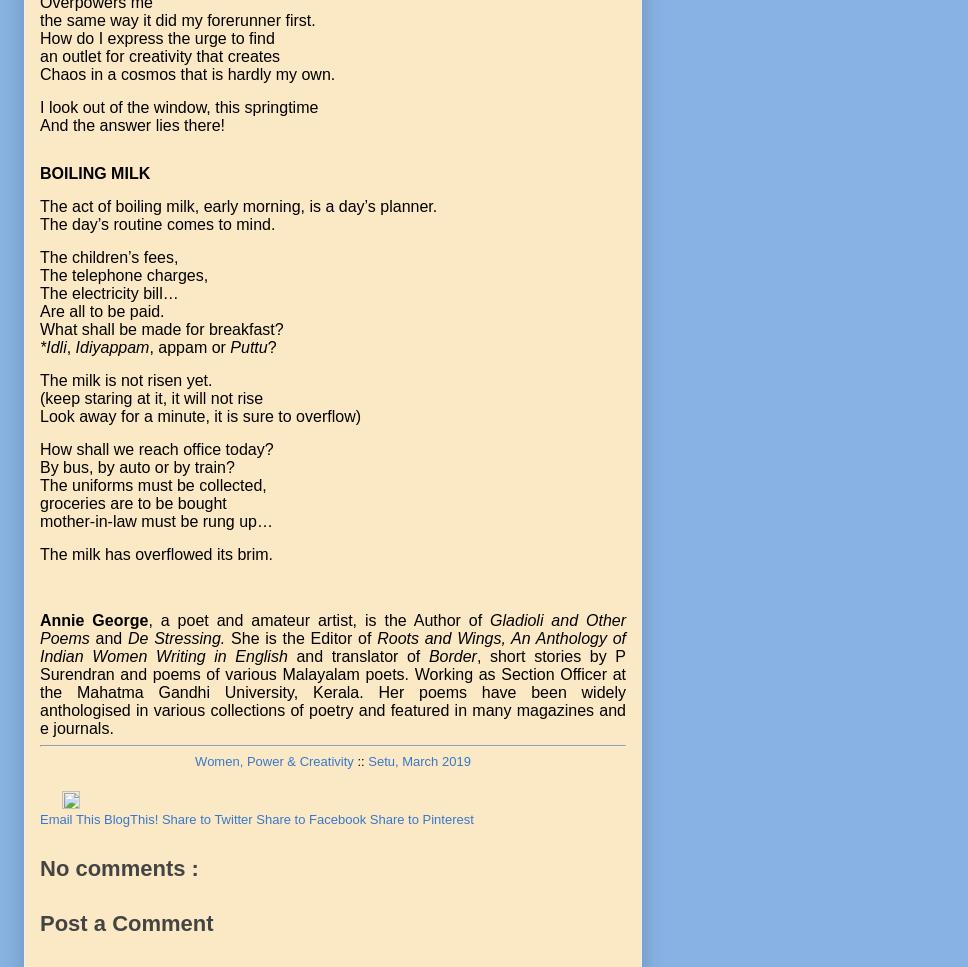  I want to click on 'the same way it did my forerunner first.', so click(177, 20).